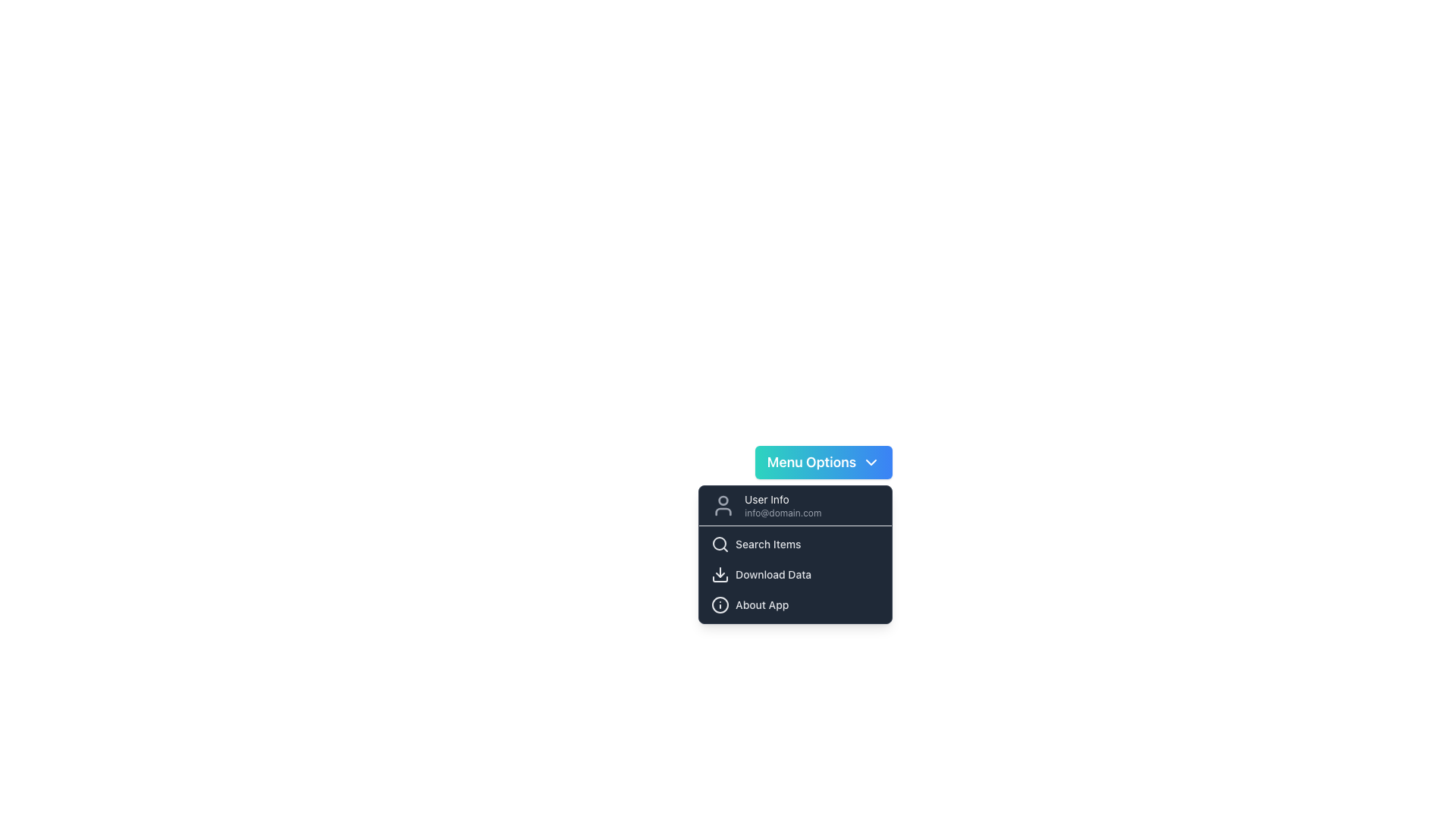 Image resolution: width=1456 pixels, height=819 pixels. What do you see at coordinates (795, 574) in the screenshot?
I see `the dropdown menu options group located under the 'Menu Options' button` at bounding box center [795, 574].